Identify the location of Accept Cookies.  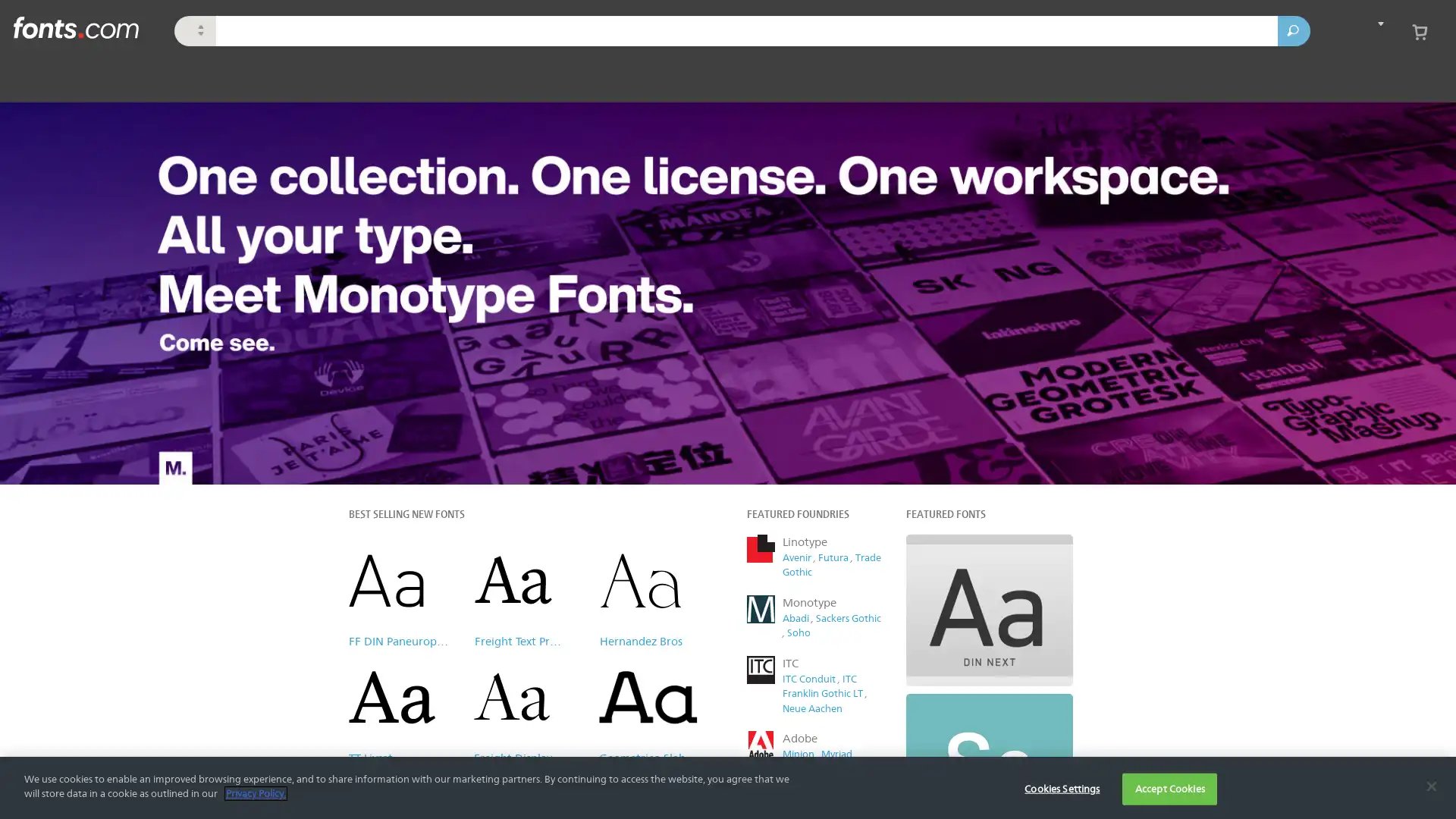
(1169, 788).